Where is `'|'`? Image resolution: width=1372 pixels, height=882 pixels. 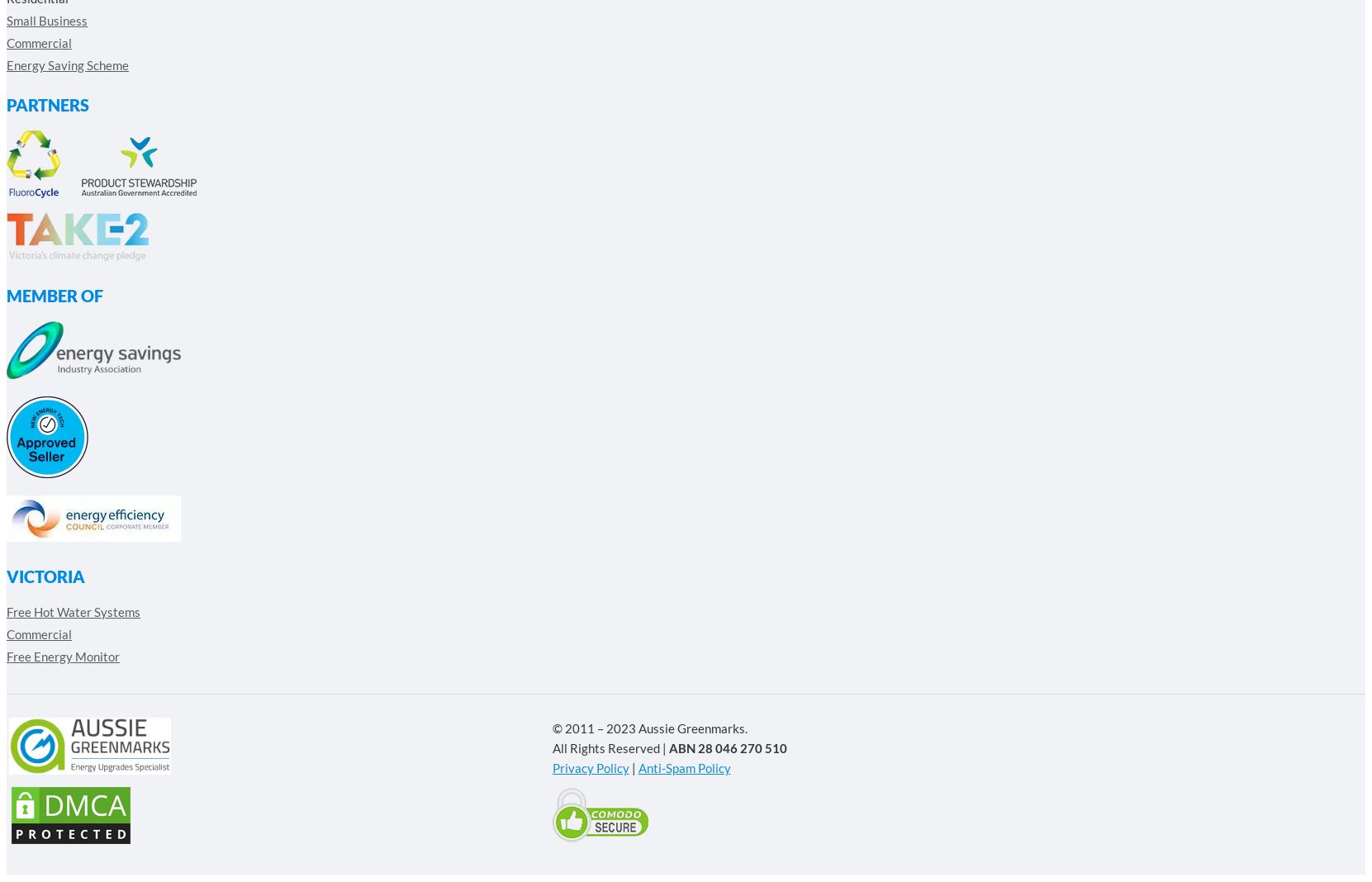 '|' is located at coordinates (632, 767).